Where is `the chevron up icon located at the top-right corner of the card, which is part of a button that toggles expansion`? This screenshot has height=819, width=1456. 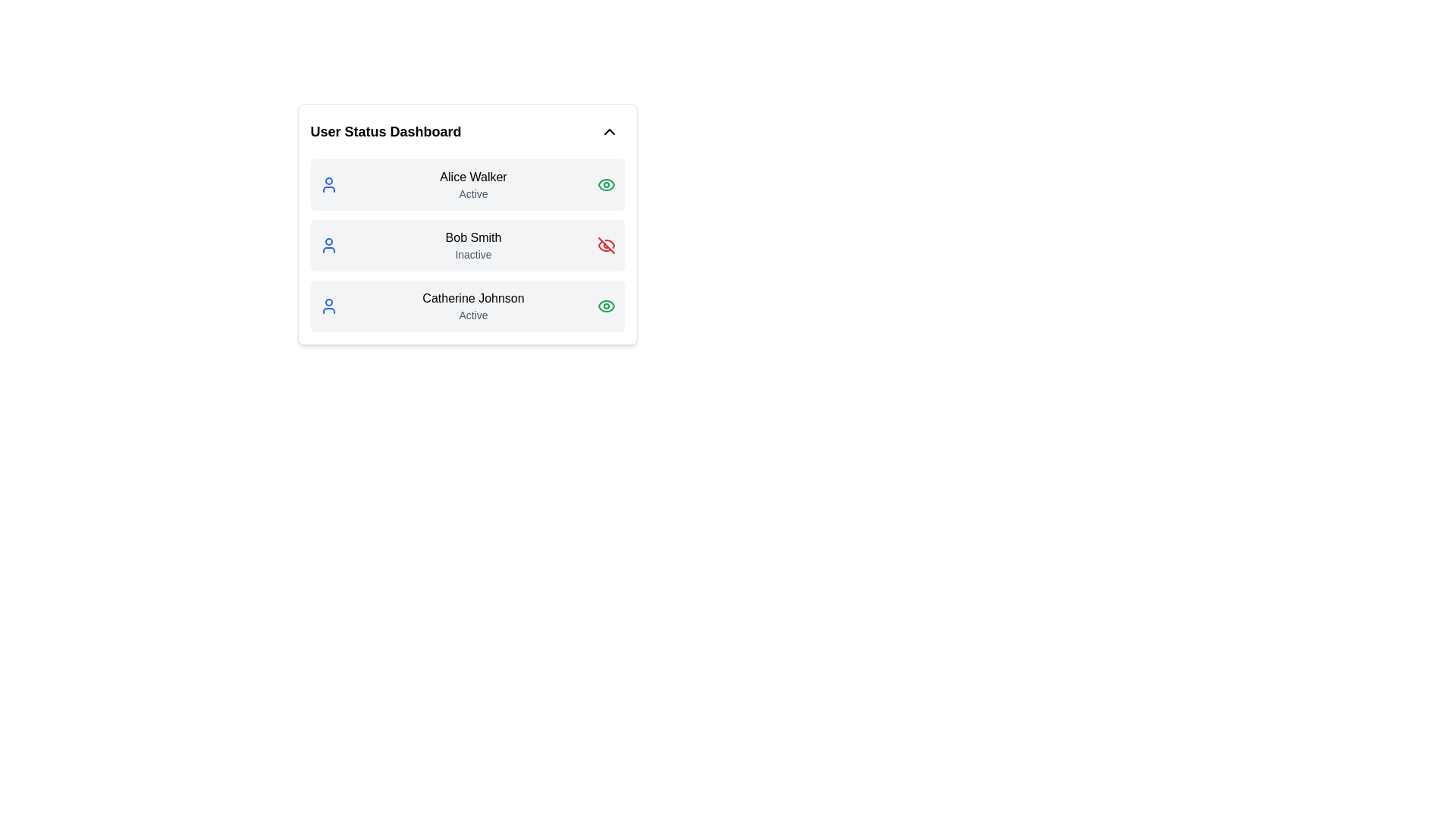 the chevron up icon located at the top-right corner of the card, which is part of a button that toggles expansion is located at coordinates (609, 130).